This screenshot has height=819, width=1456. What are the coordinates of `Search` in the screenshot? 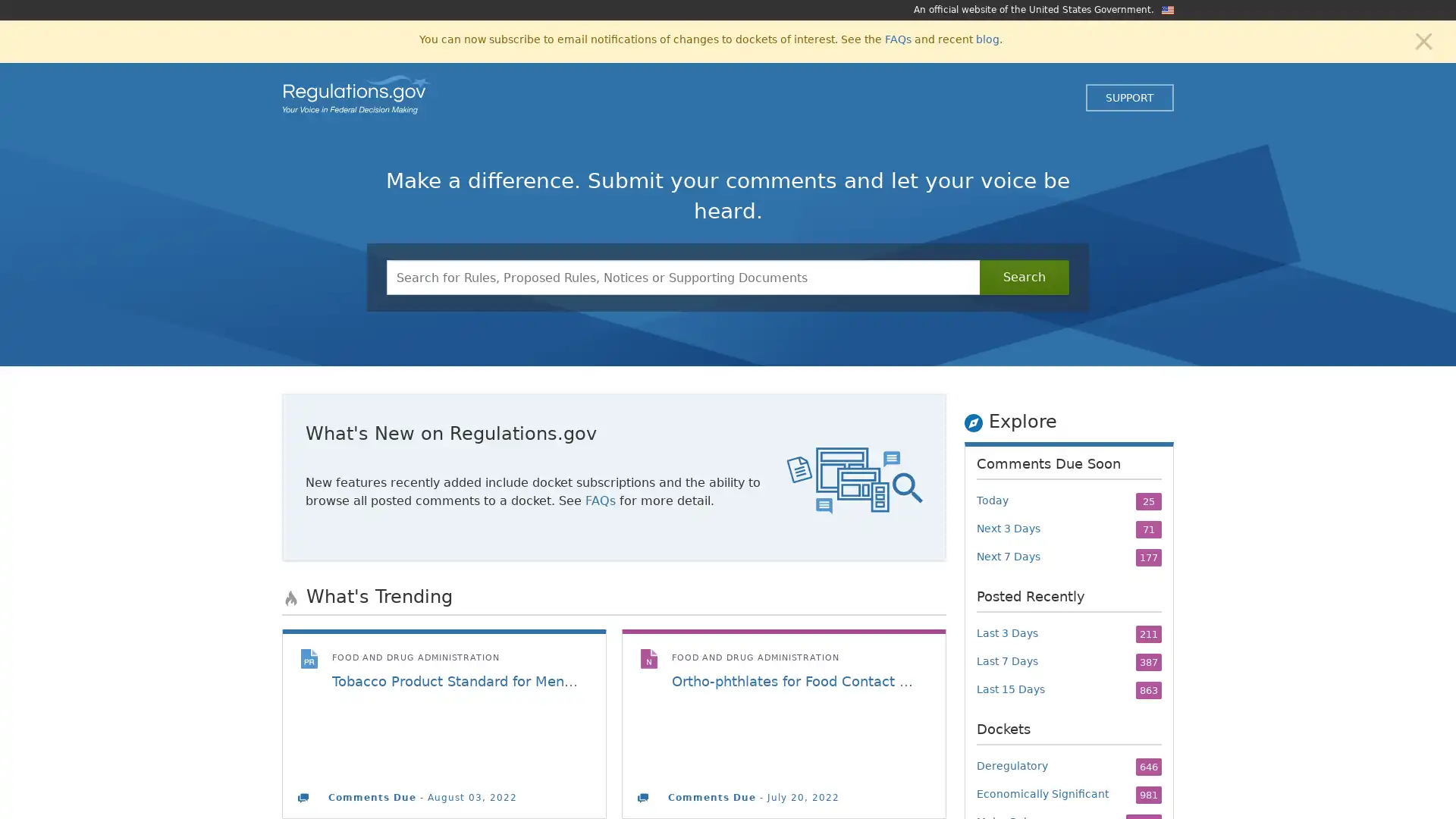 It's located at (1024, 278).